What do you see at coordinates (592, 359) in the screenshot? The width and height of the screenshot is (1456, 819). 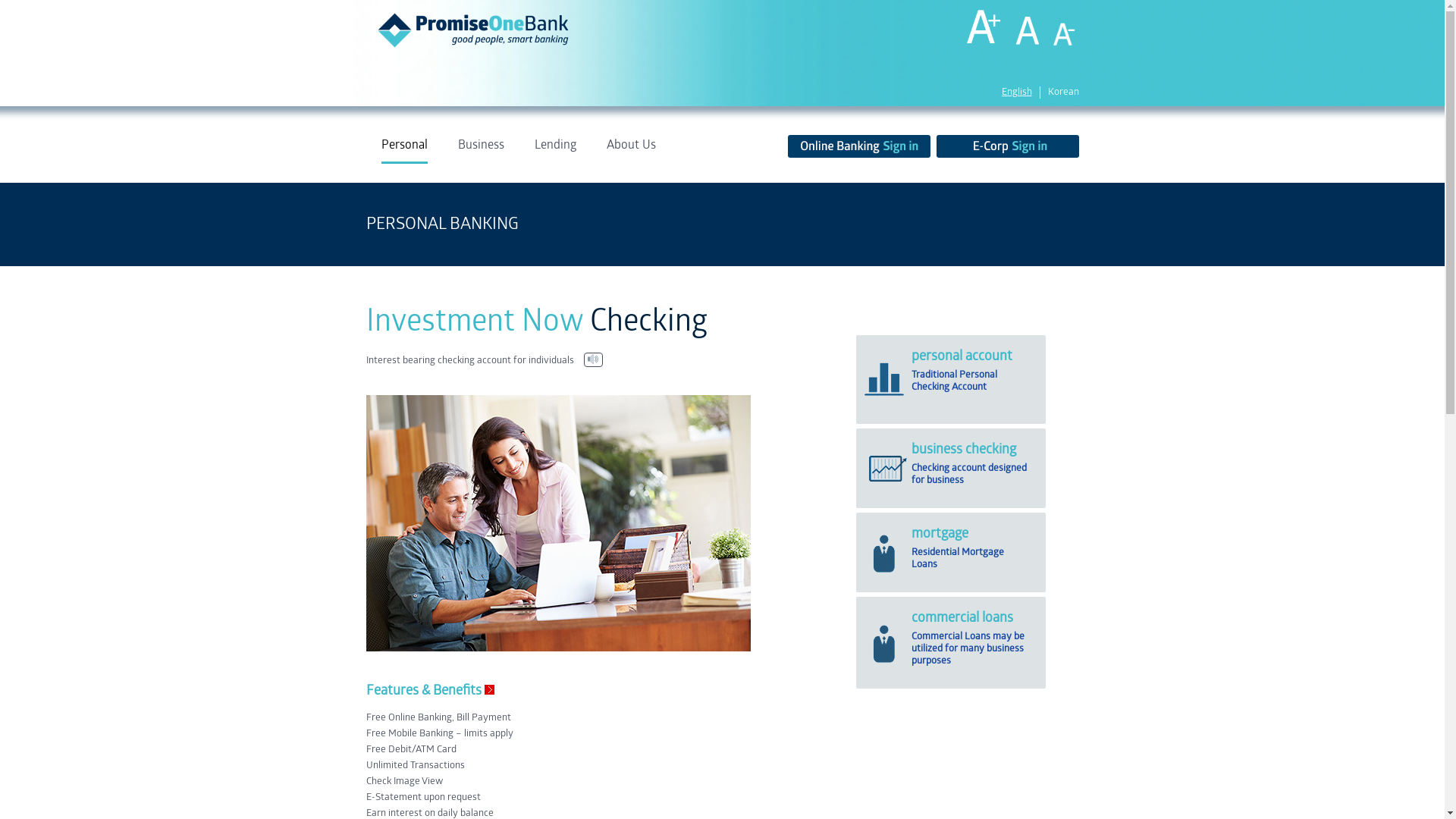 I see `'ResponsiveVoice Tap to Start/Stop Speech'` at bounding box center [592, 359].